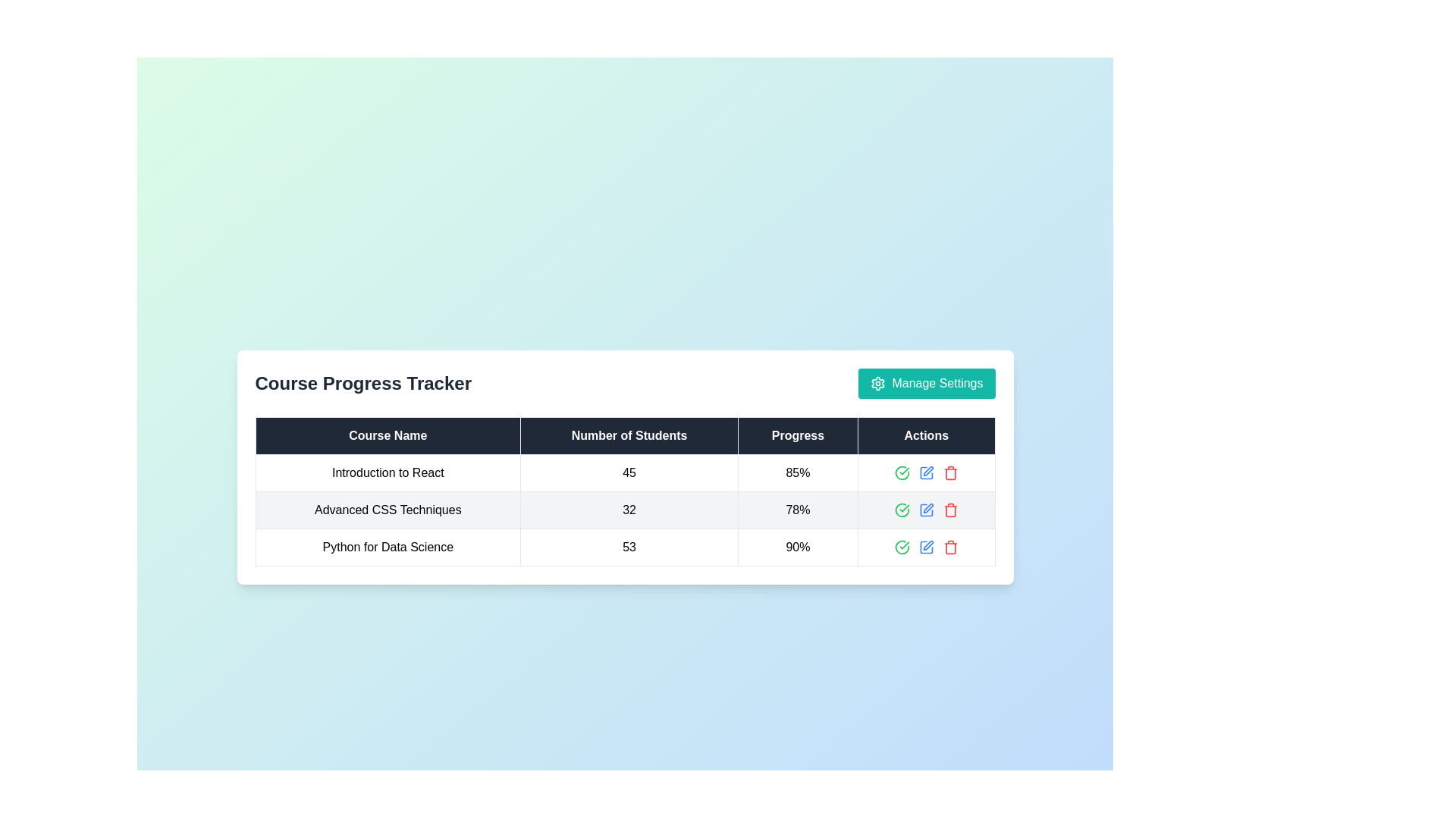 This screenshot has width=1456, height=819. I want to click on the edit button located in the 'Actions' column of the table for the 'Introduction to React' course, so click(925, 472).